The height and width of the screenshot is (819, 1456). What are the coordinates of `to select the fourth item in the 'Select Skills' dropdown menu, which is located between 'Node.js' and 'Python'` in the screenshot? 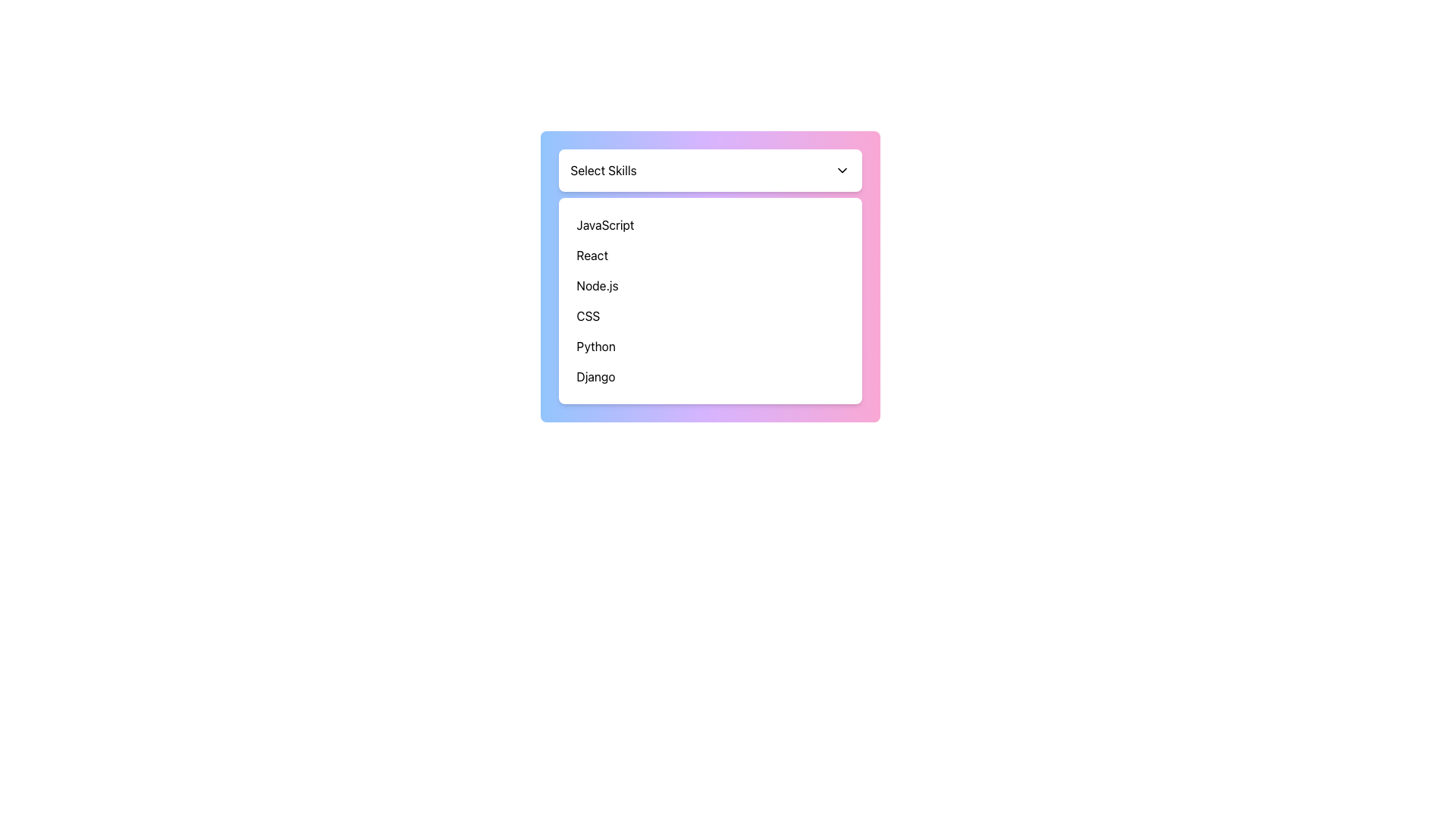 It's located at (709, 315).